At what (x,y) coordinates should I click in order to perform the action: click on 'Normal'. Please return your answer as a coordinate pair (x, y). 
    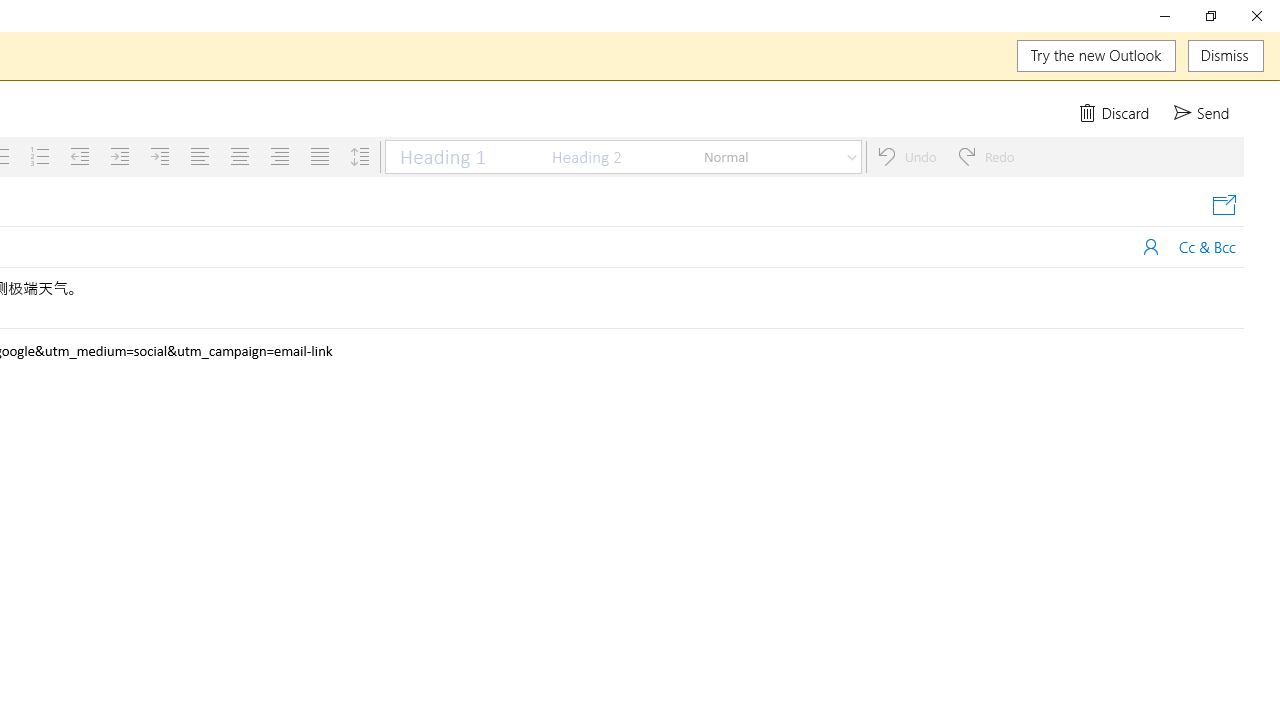
    Looking at the image, I should click on (765, 155).